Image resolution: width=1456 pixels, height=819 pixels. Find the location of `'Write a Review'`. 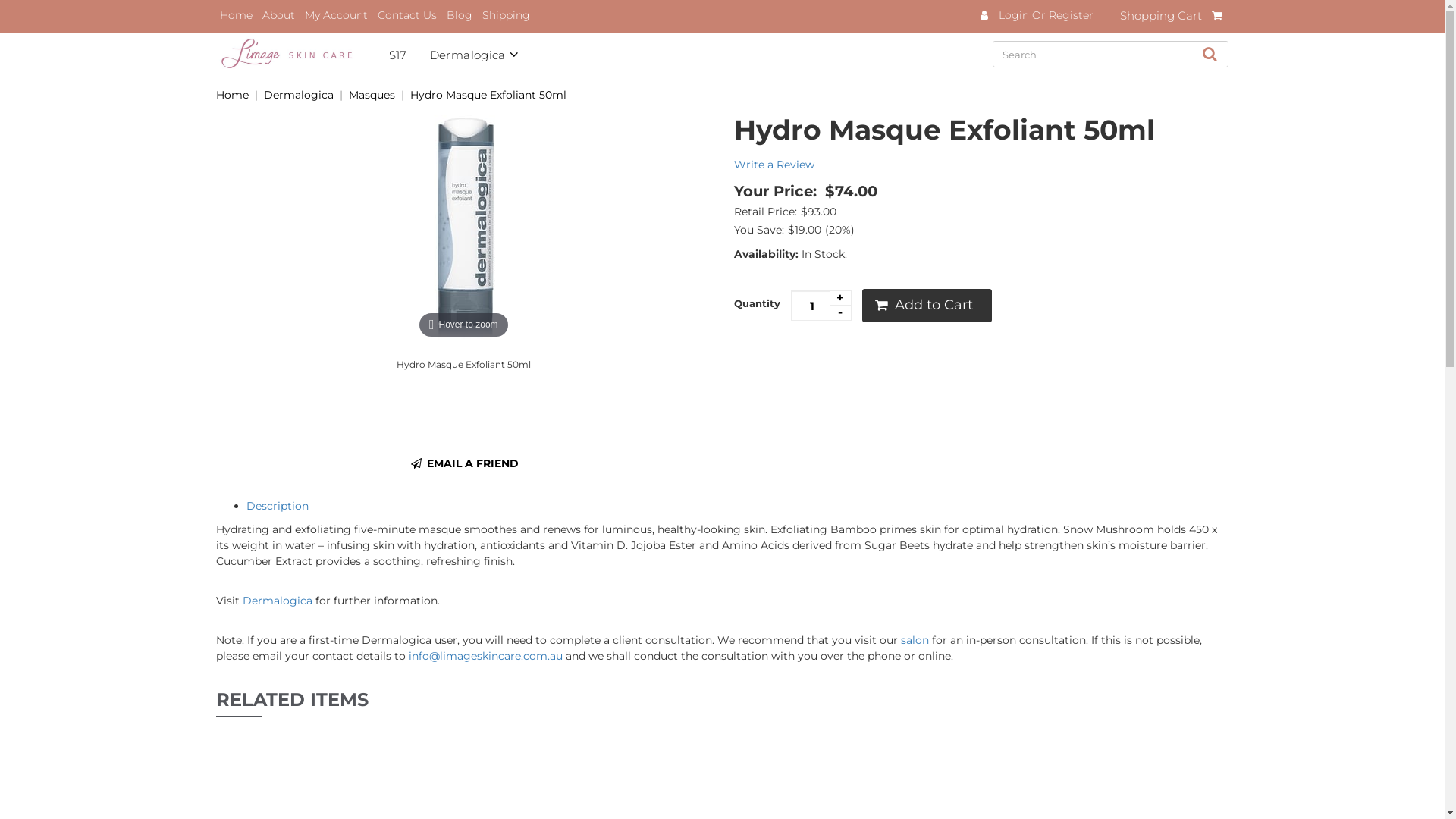

'Write a Review' is located at coordinates (734, 164).